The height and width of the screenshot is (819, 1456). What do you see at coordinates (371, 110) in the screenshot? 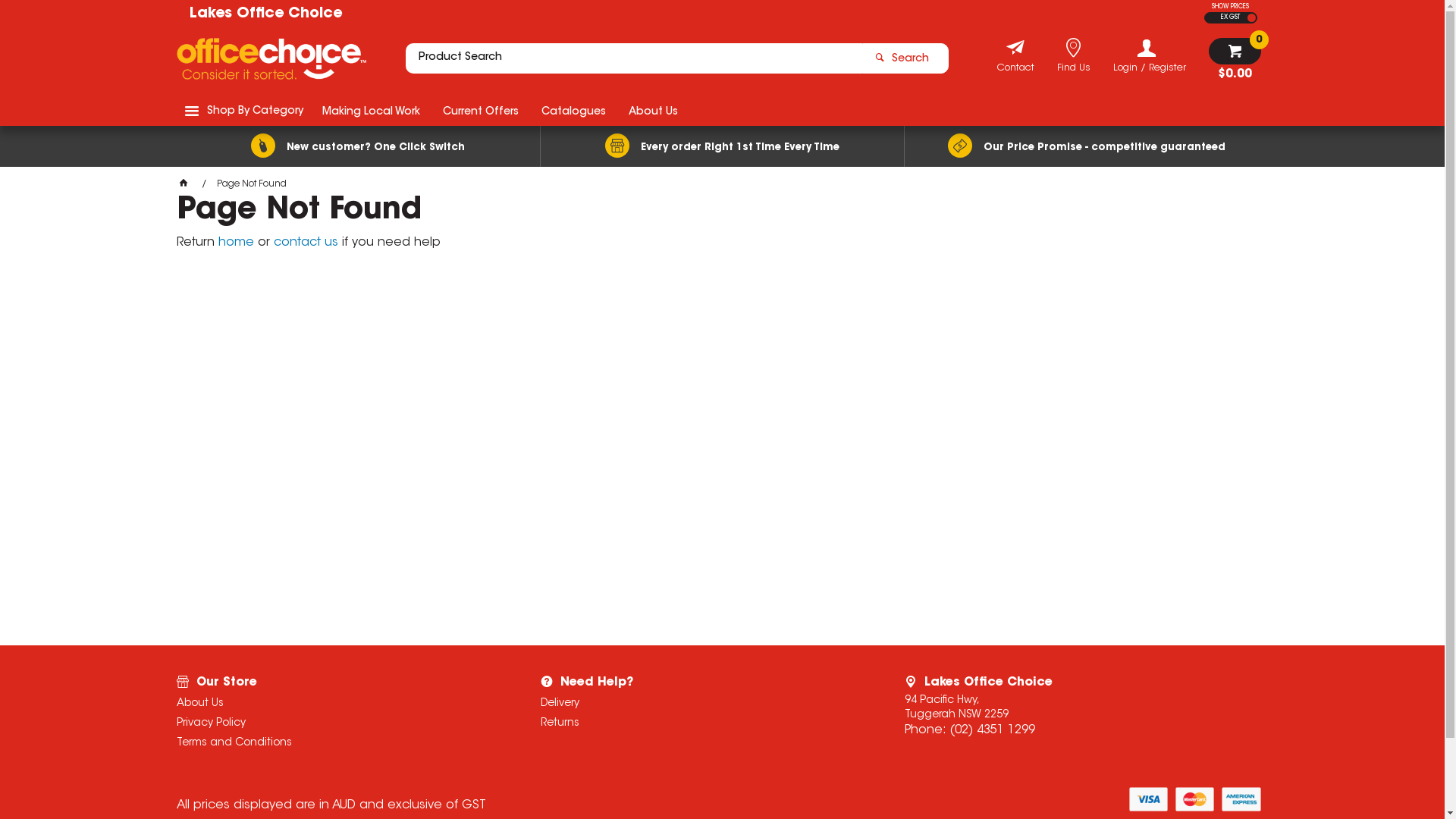
I see `'Making Local Work'` at bounding box center [371, 110].